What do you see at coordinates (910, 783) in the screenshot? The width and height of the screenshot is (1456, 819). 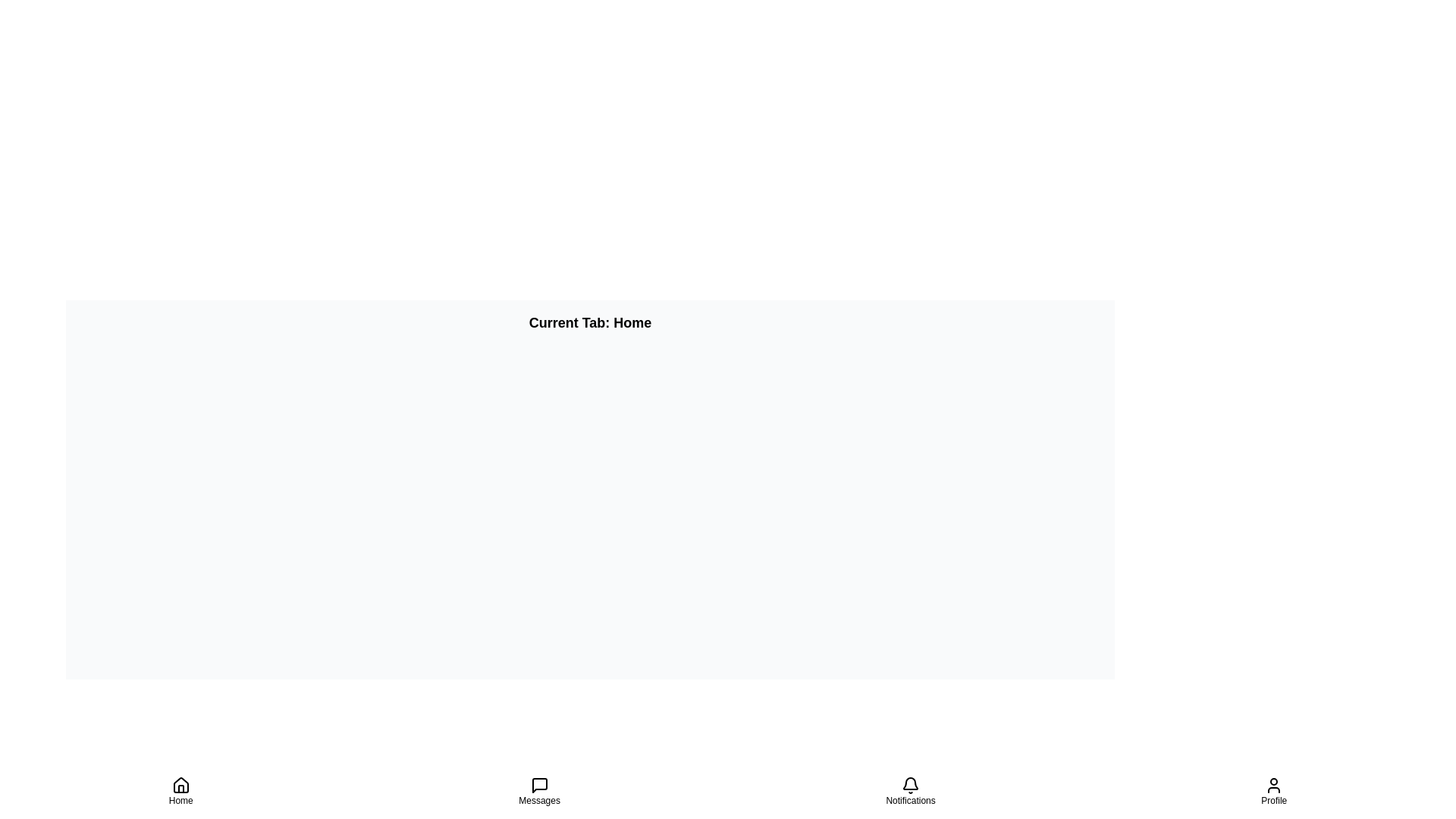 I see `the curved geometric shape resembling a bell within the notification icon located in the bottom navigation bar` at bounding box center [910, 783].